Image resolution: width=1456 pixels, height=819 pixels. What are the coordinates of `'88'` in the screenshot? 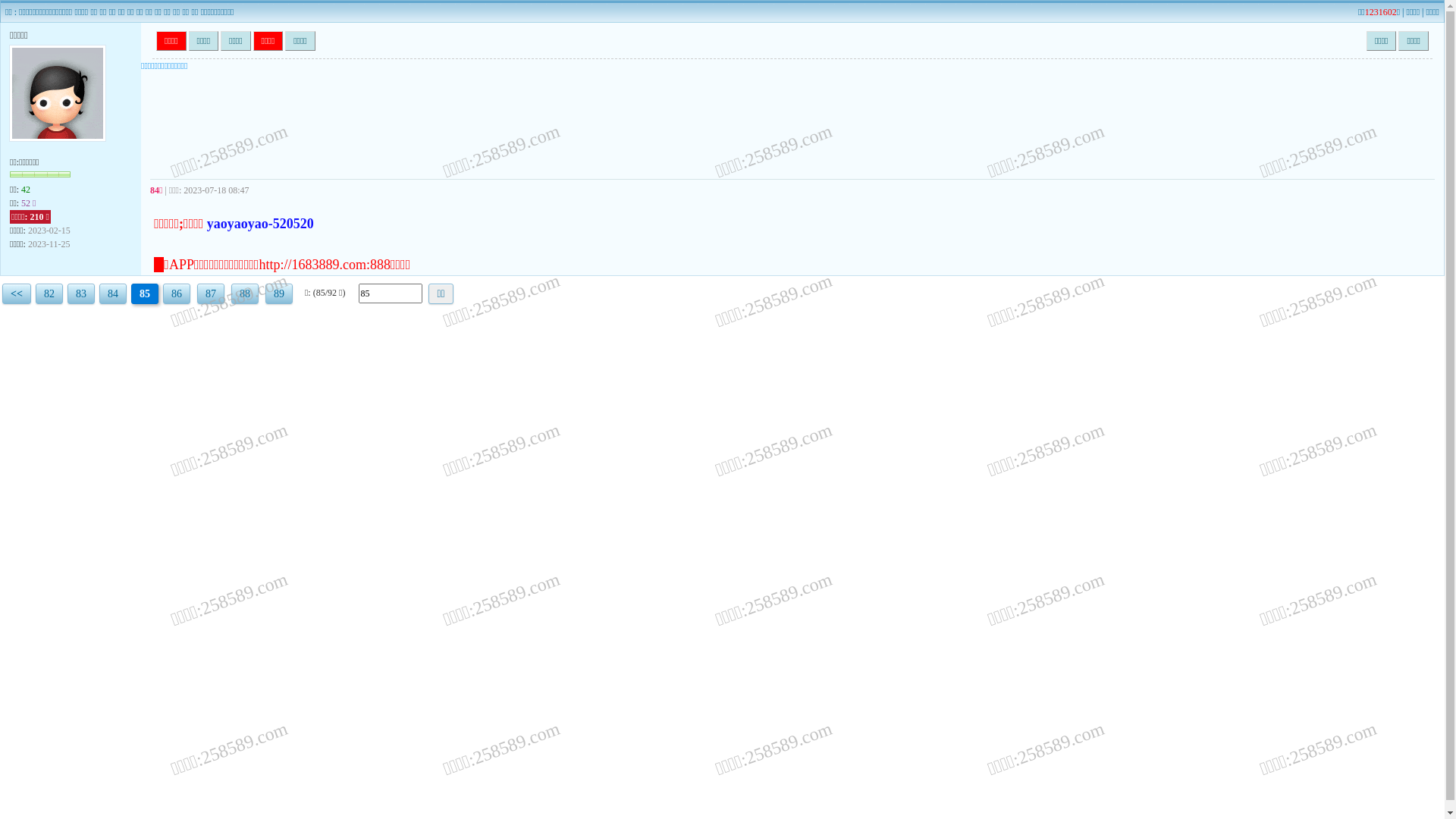 It's located at (244, 293).